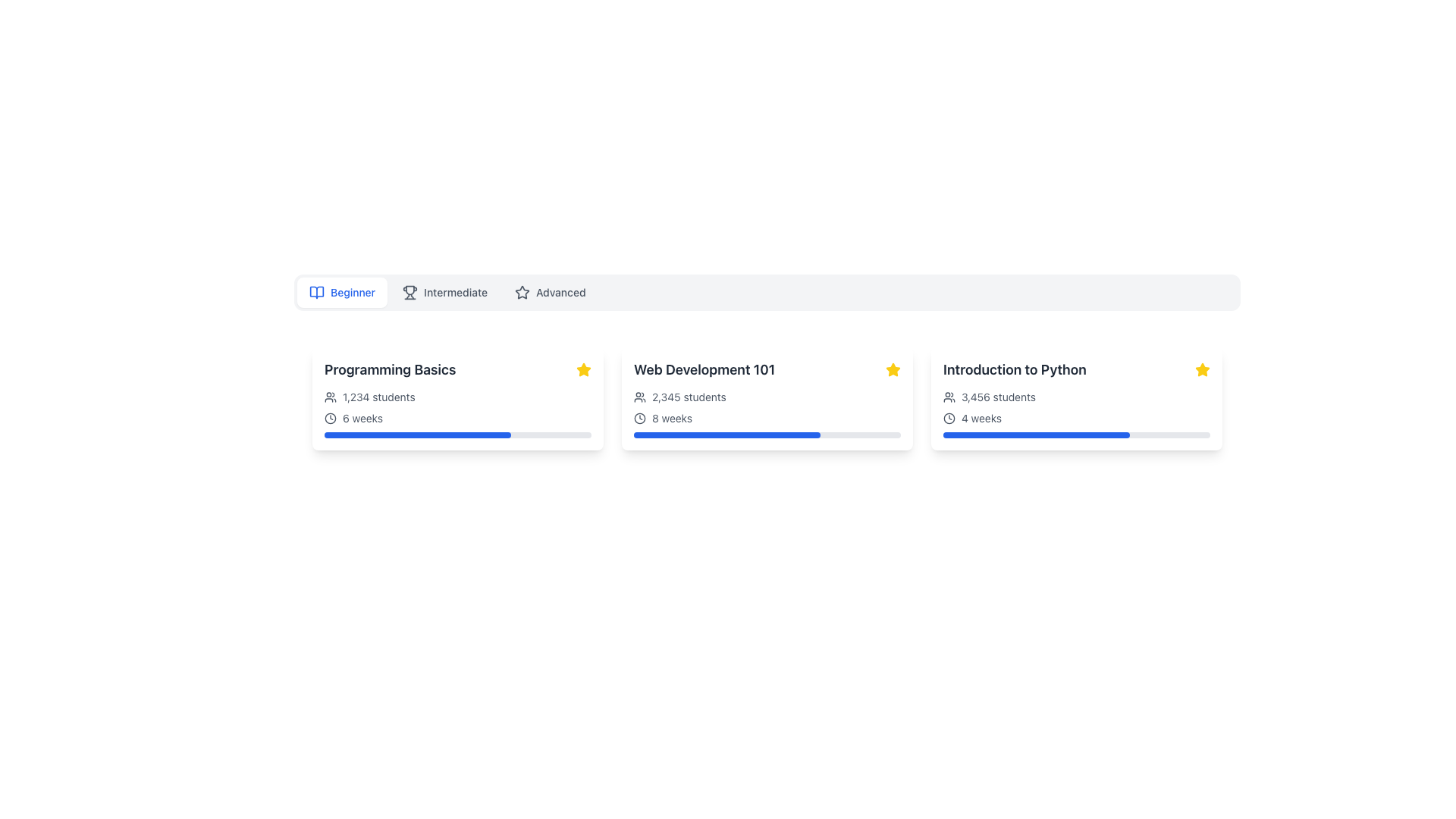 The height and width of the screenshot is (819, 1456). What do you see at coordinates (998, 397) in the screenshot?
I see `the static text element that displays the number of students enrolled in the 'Introduction to Python' course, located below the title and next to the icon of stylized figures` at bounding box center [998, 397].